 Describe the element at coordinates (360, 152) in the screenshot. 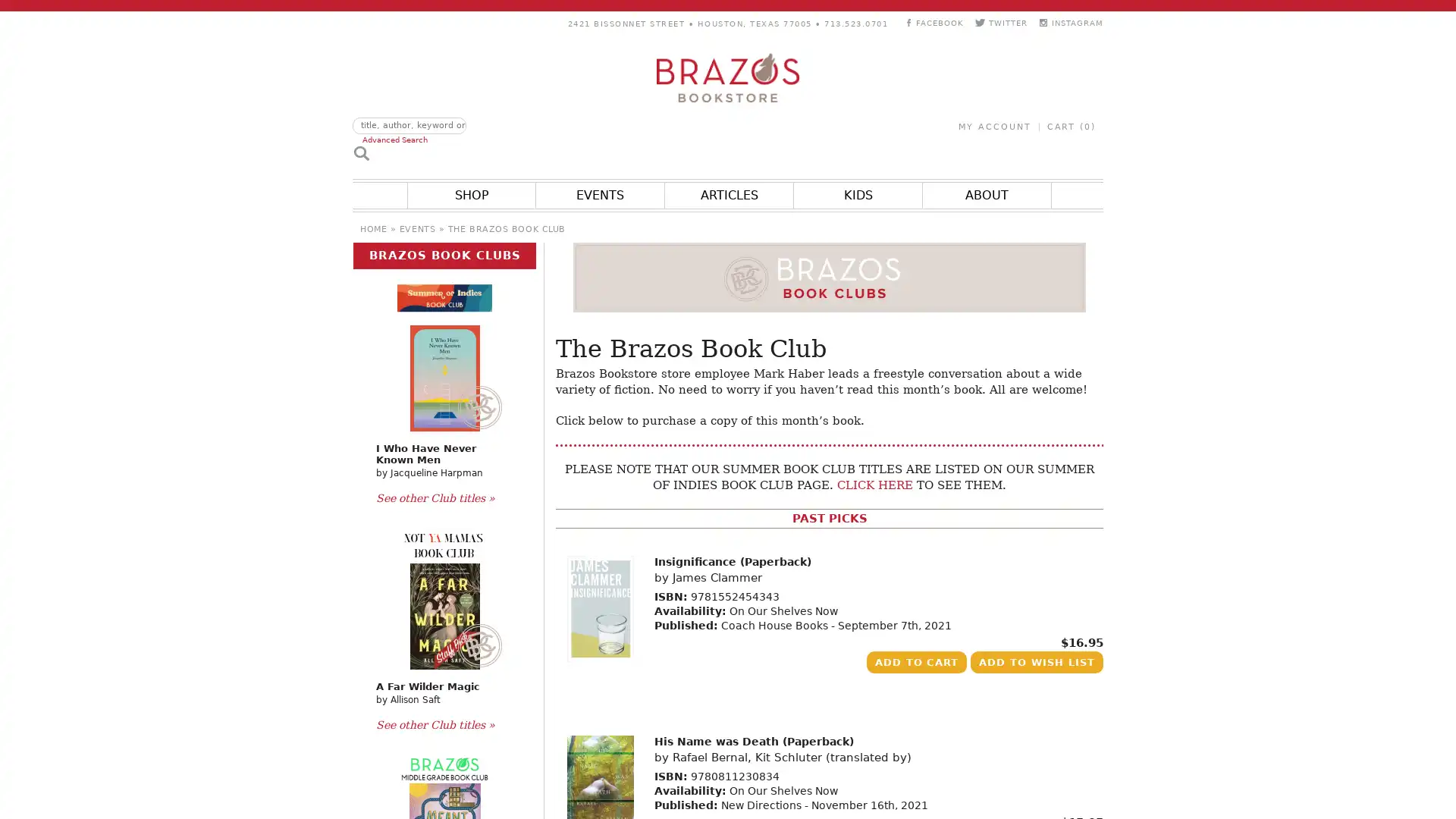

I see `Search` at that location.